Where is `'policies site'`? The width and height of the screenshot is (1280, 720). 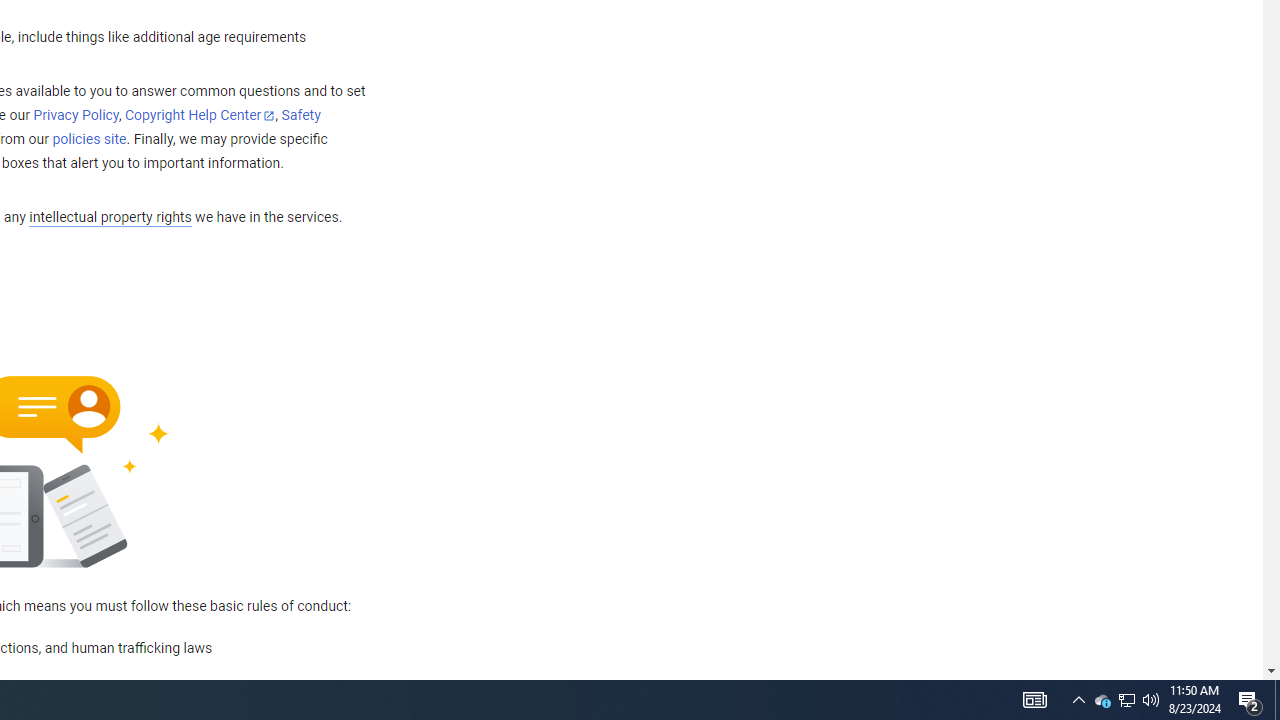
'policies site' is located at coordinates (88, 139).